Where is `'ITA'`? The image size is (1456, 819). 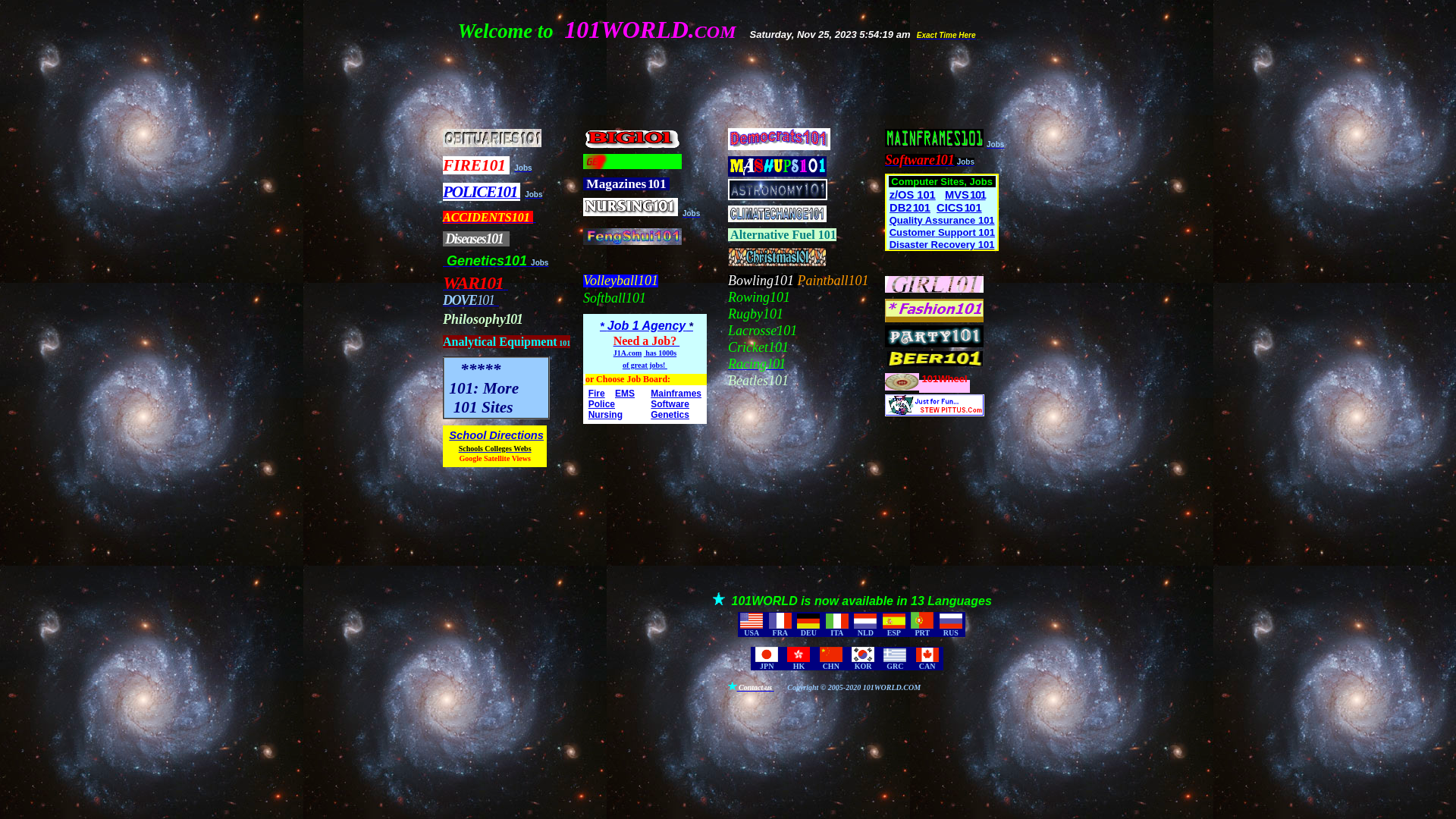
'ITA' is located at coordinates (829, 632).